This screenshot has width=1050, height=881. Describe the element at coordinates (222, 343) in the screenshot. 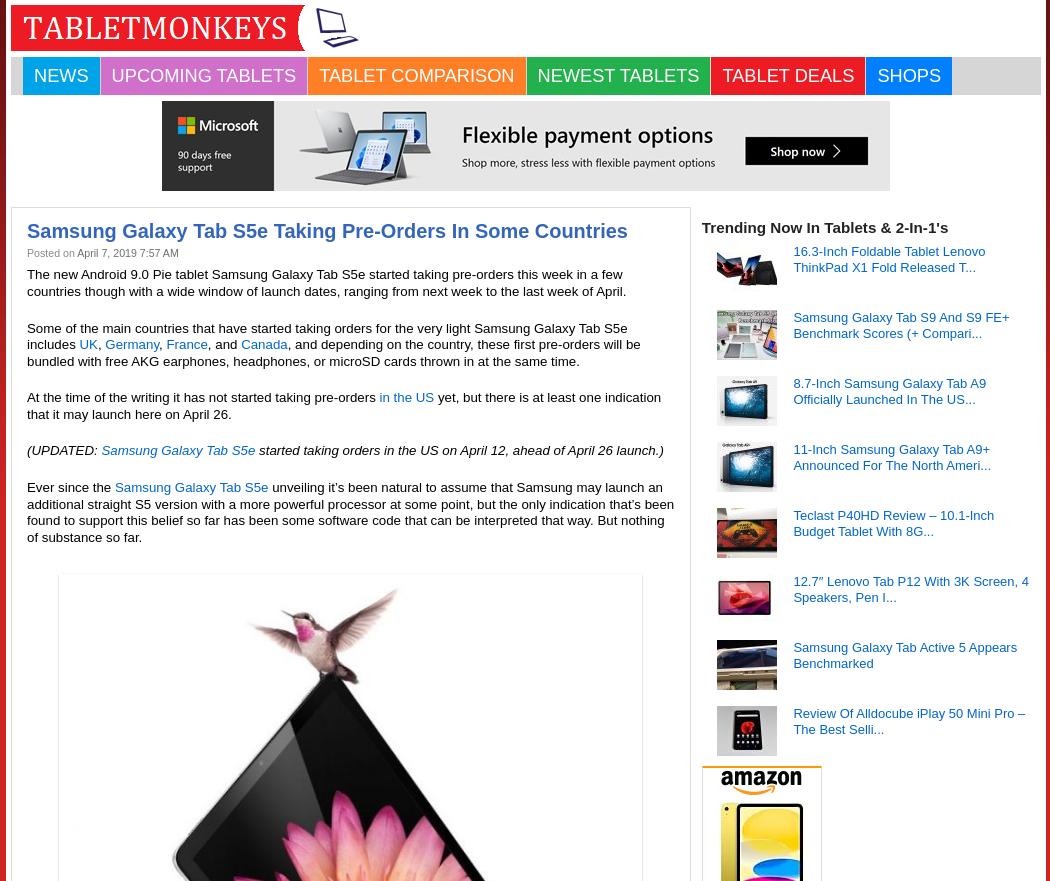

I see `', and'` at that location.